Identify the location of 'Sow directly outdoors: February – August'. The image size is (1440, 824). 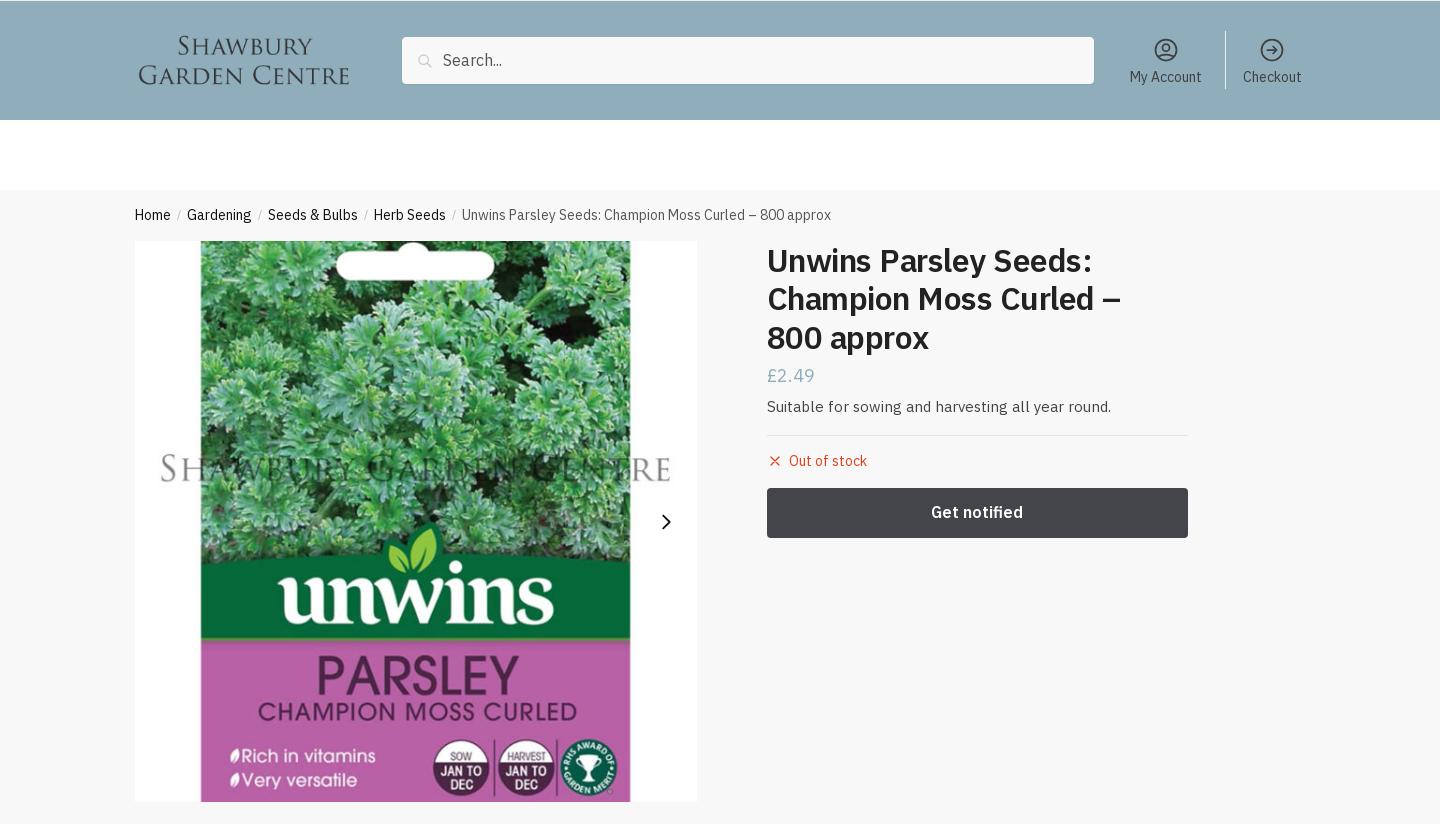
(463, 13).